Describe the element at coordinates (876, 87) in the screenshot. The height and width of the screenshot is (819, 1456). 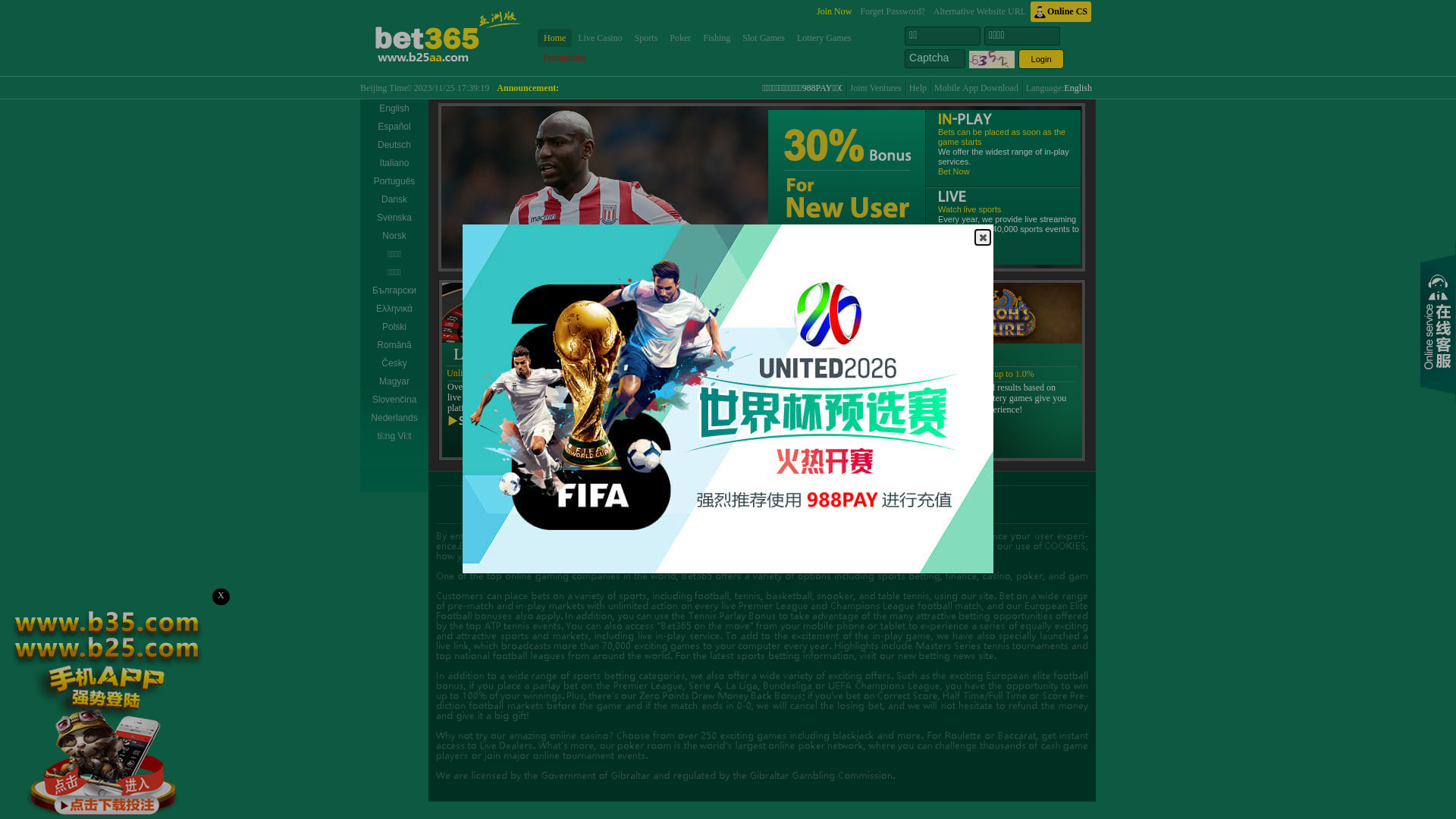
I see `'Joint Ventures'` at that location.